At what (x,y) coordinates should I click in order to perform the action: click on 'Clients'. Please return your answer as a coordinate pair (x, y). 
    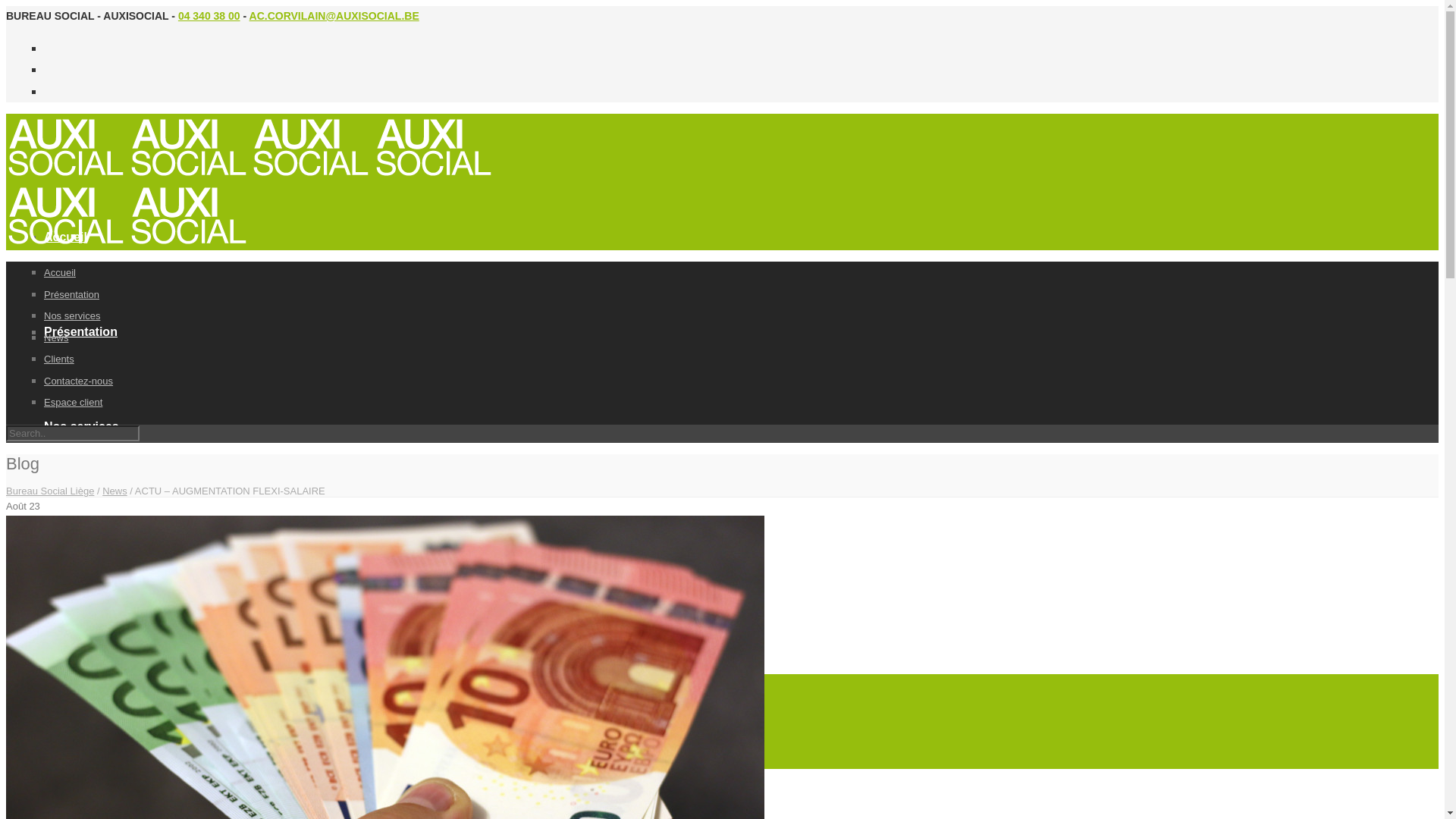
    Looking at the image, I should click on (43, 616).